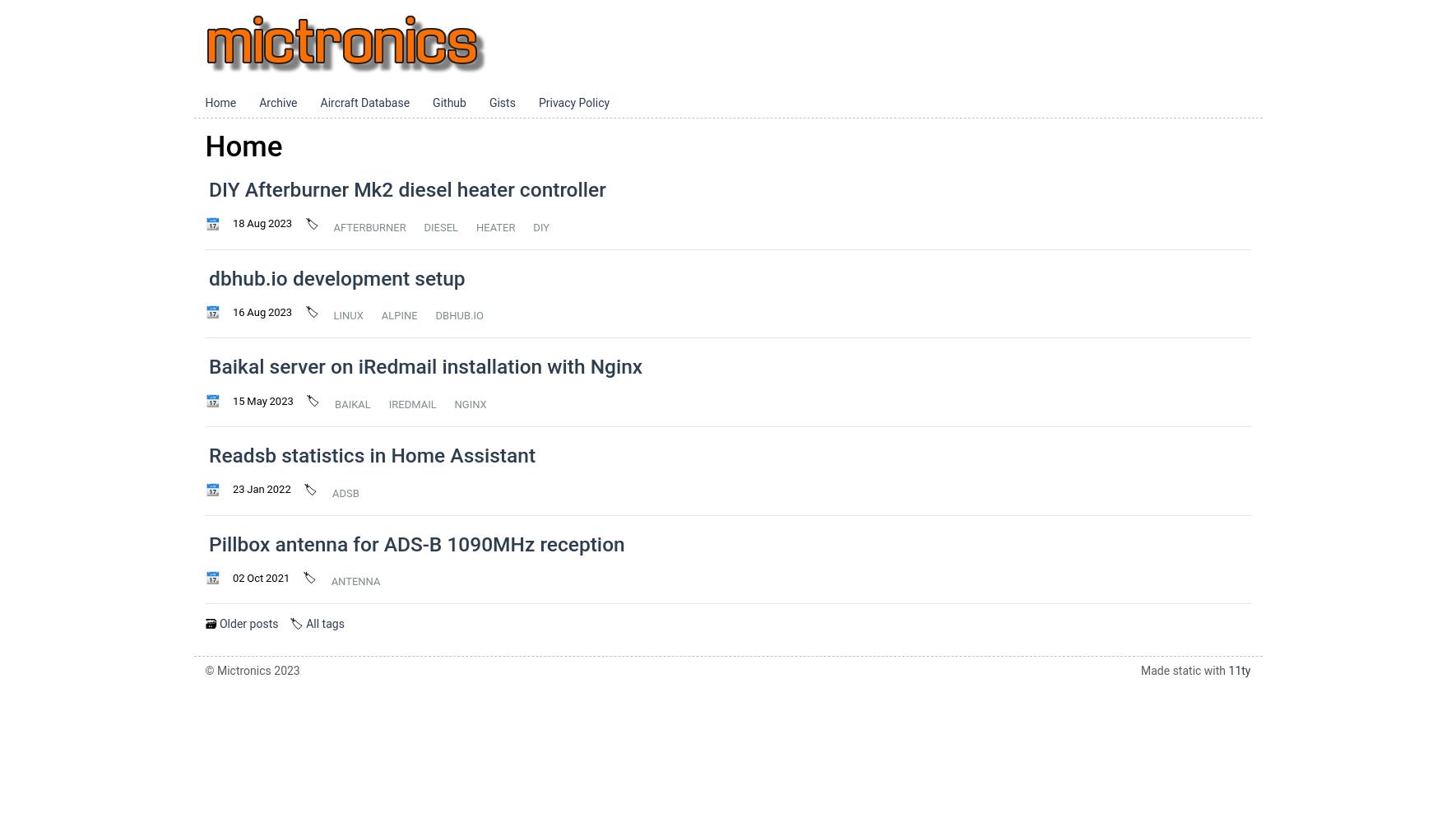 This screenshot has height=823, width=1456. What do you see at coordinates (470, 402) in the screenshot?
I see `'Nginx'` at bounding box center [470, 402].